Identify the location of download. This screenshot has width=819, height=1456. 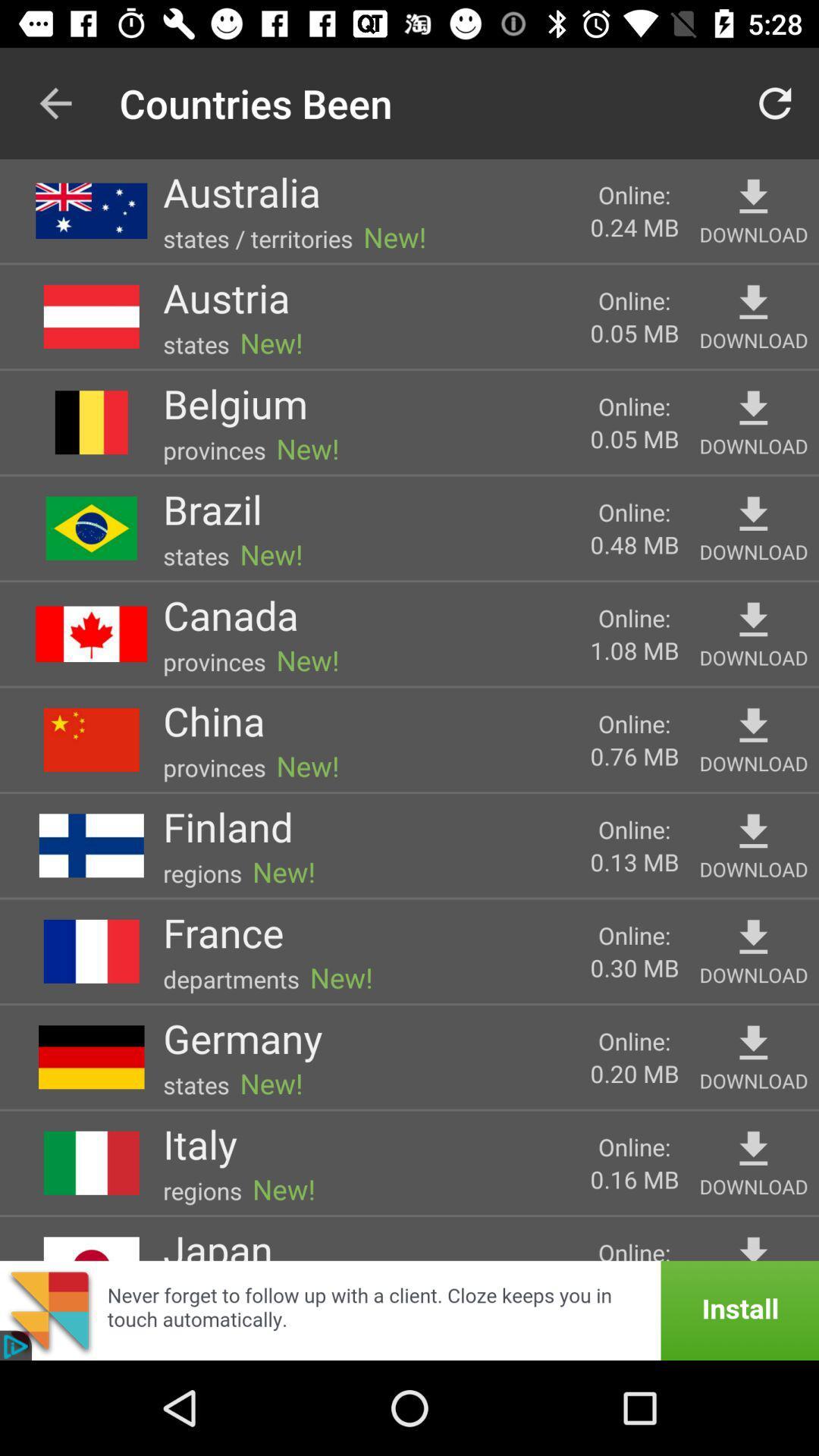
(753, 514).